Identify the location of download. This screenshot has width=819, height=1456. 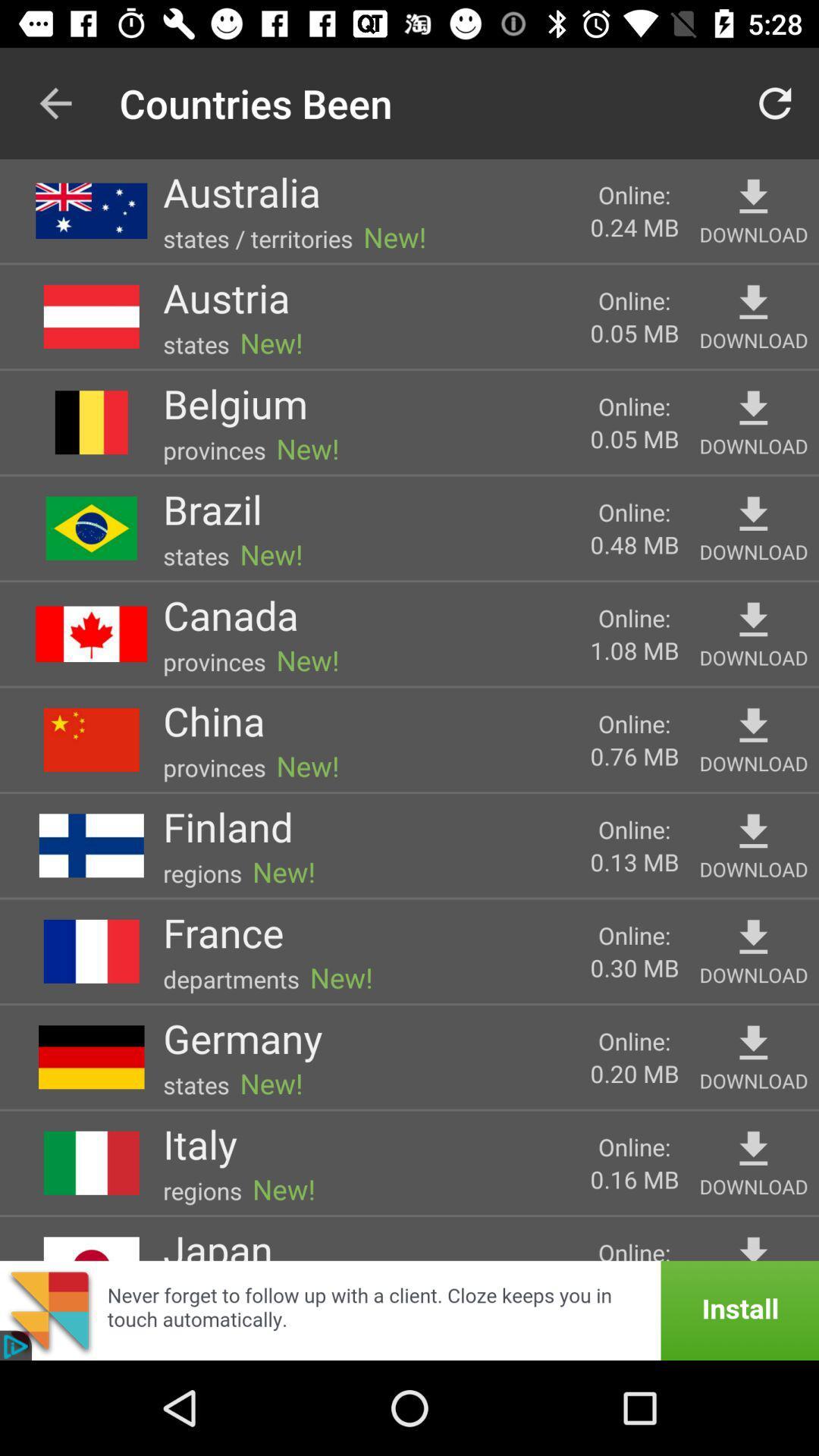
(753, 514).